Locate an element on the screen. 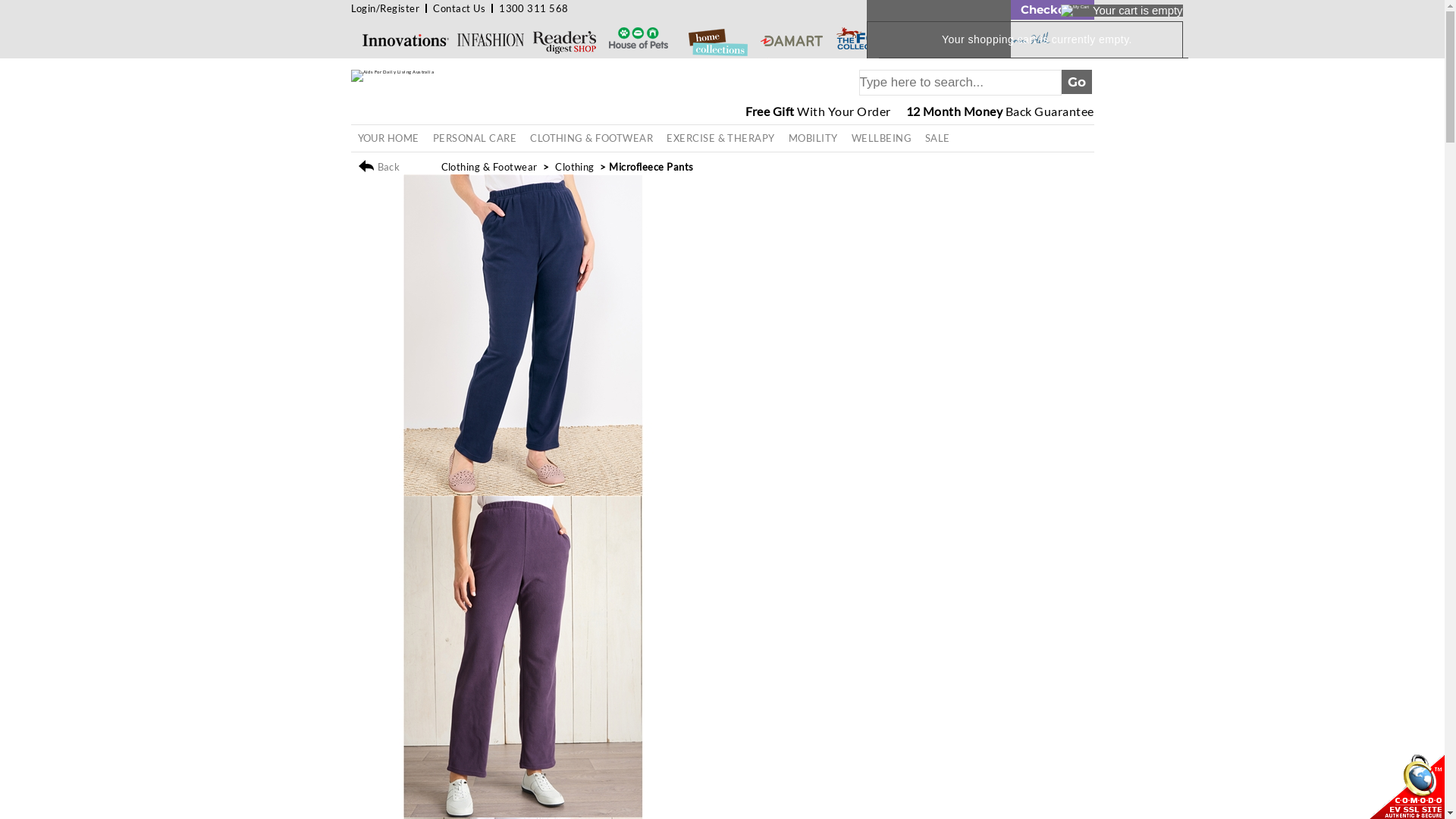  'Your cart is empty' is located at coordinates (1122, 11).